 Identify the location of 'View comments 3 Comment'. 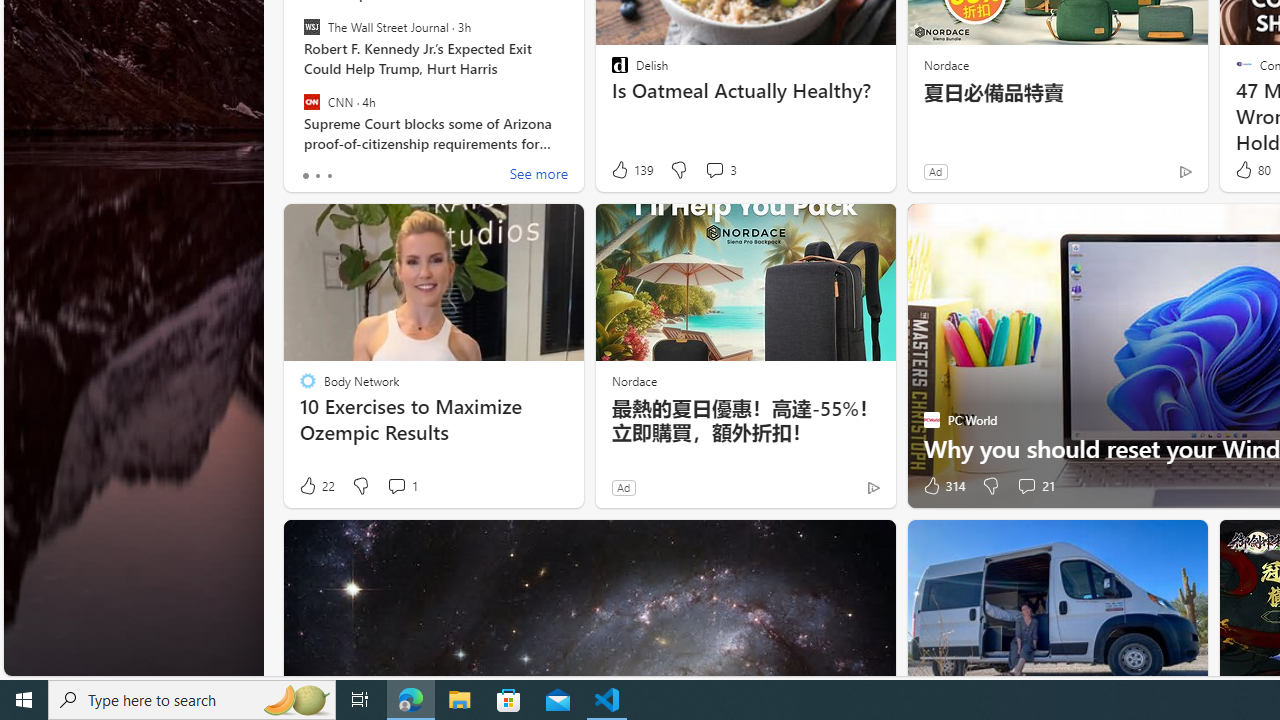
(714, 168).